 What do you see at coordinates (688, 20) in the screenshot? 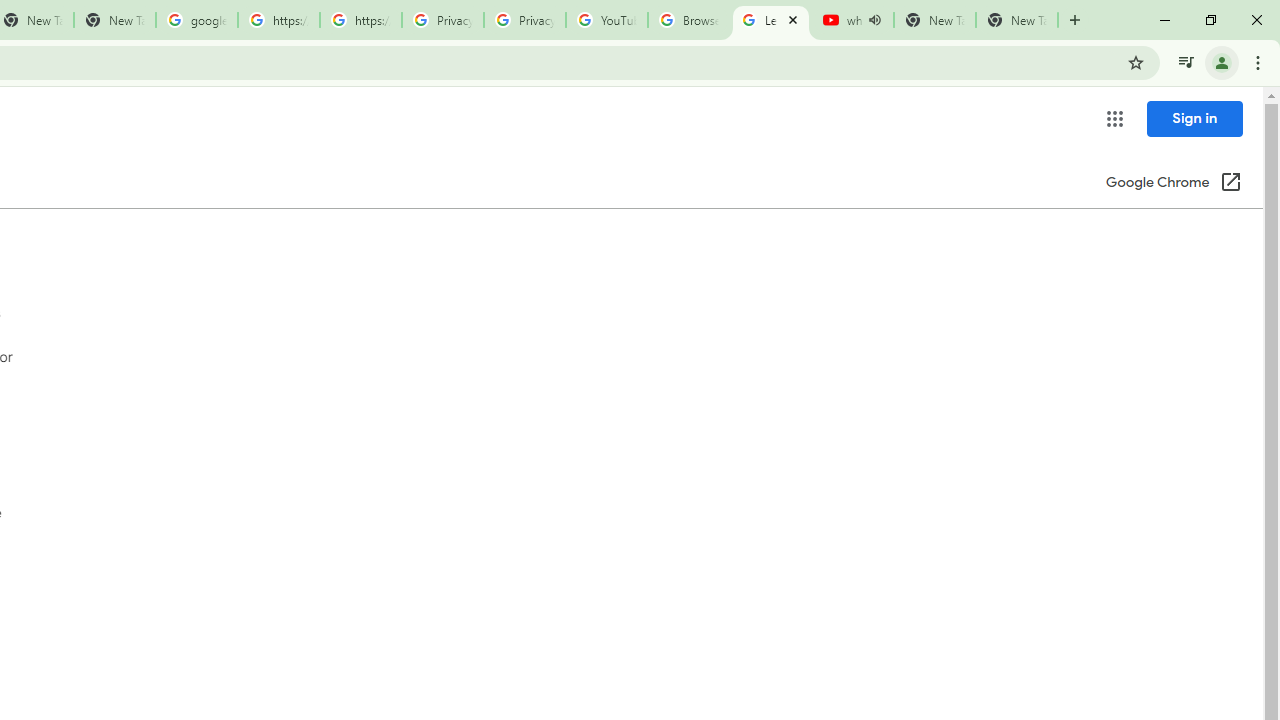
I see `'Browse Chrome as a guest - Computer - Google Chrome Help'` at bounding box center [688, 20].